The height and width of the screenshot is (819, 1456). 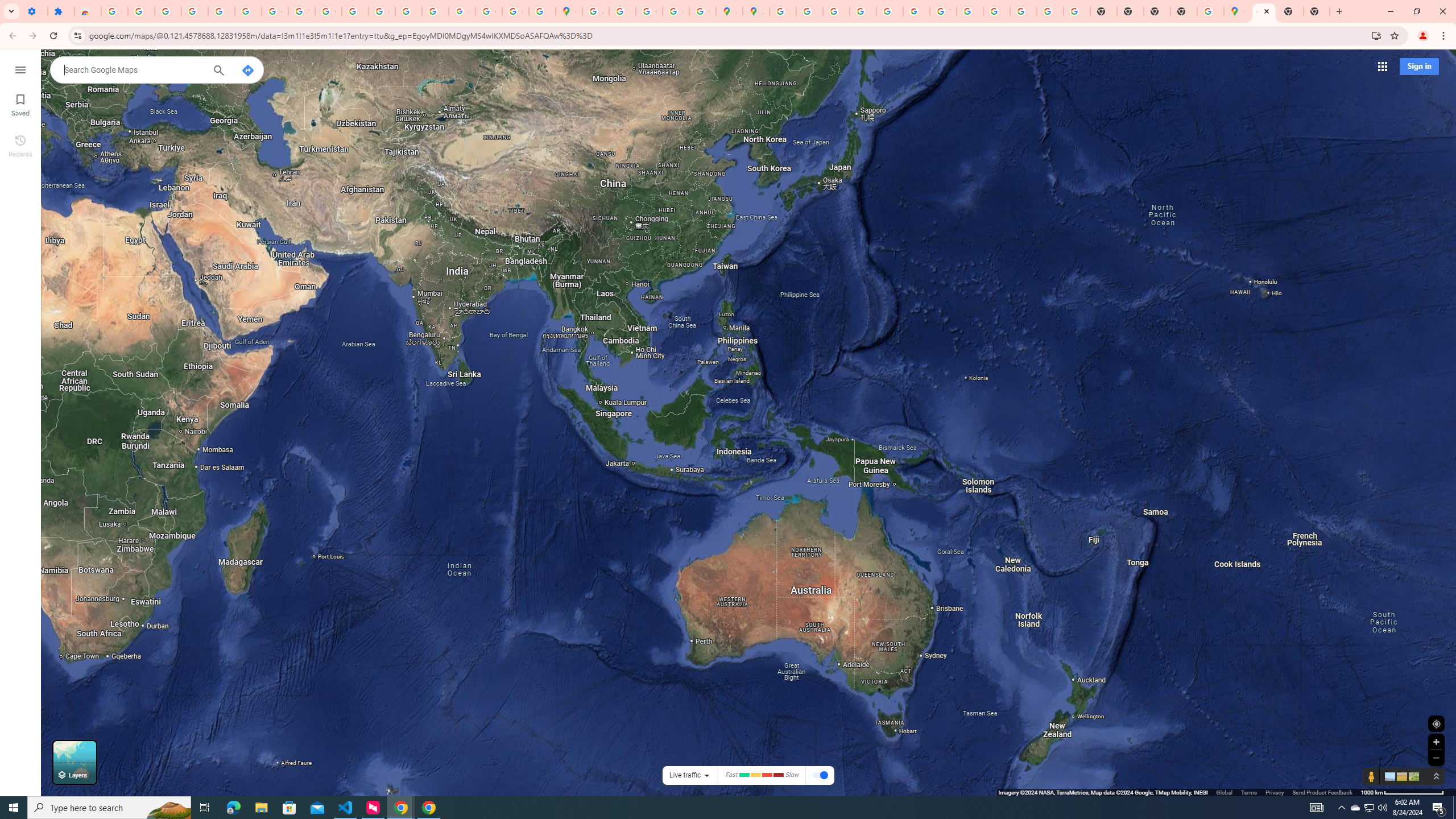 What do you see at coordinates (19, 144) in the screenshot?
I see `'Recents'` at bounding box center [19, 144].